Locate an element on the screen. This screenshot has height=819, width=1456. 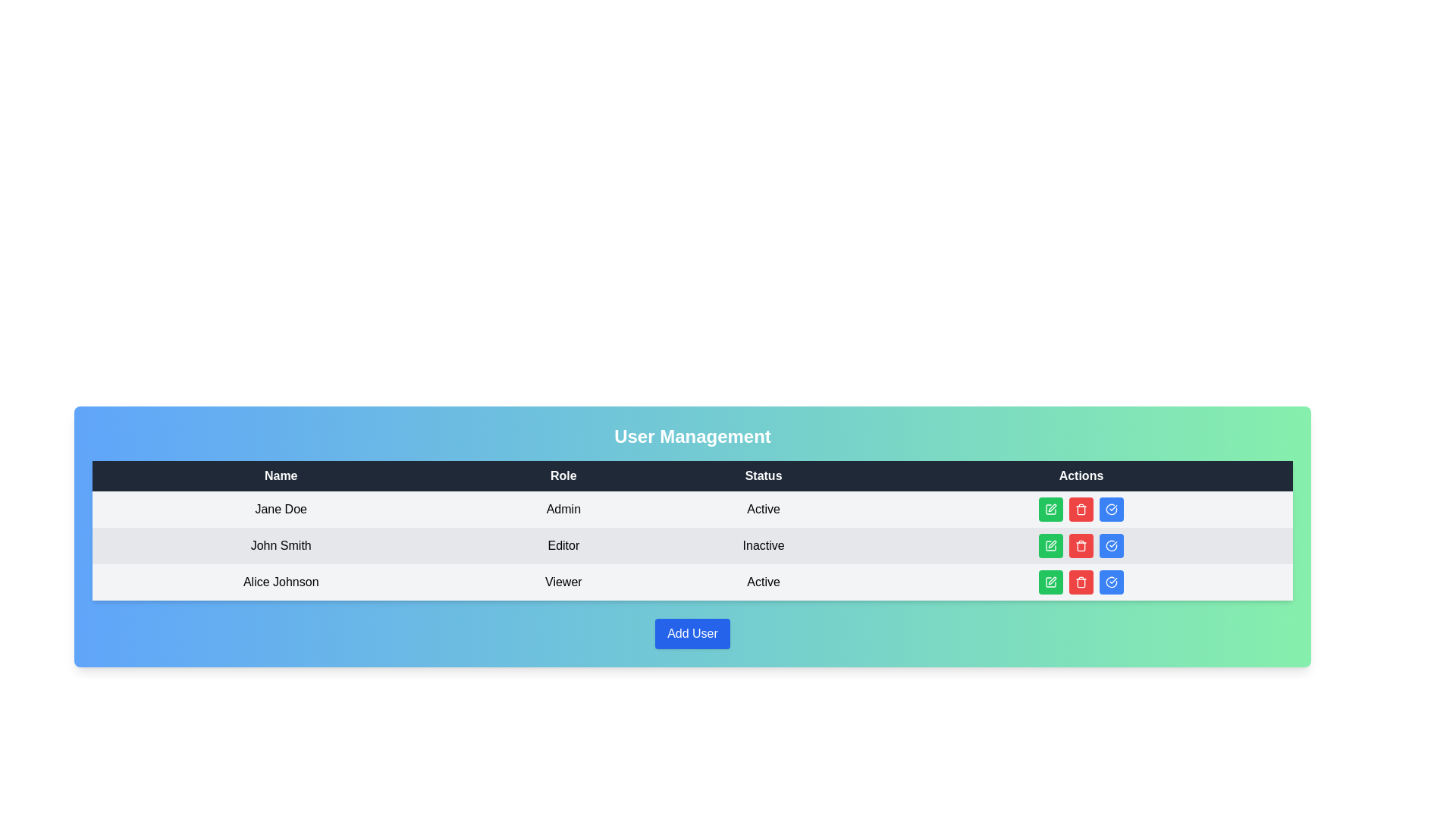
the pencil-shaped icon with a square background located in the 'Actions' column of the last row in the user management table for user 'Alice Johnson' is located at coordinates (1050, 581).